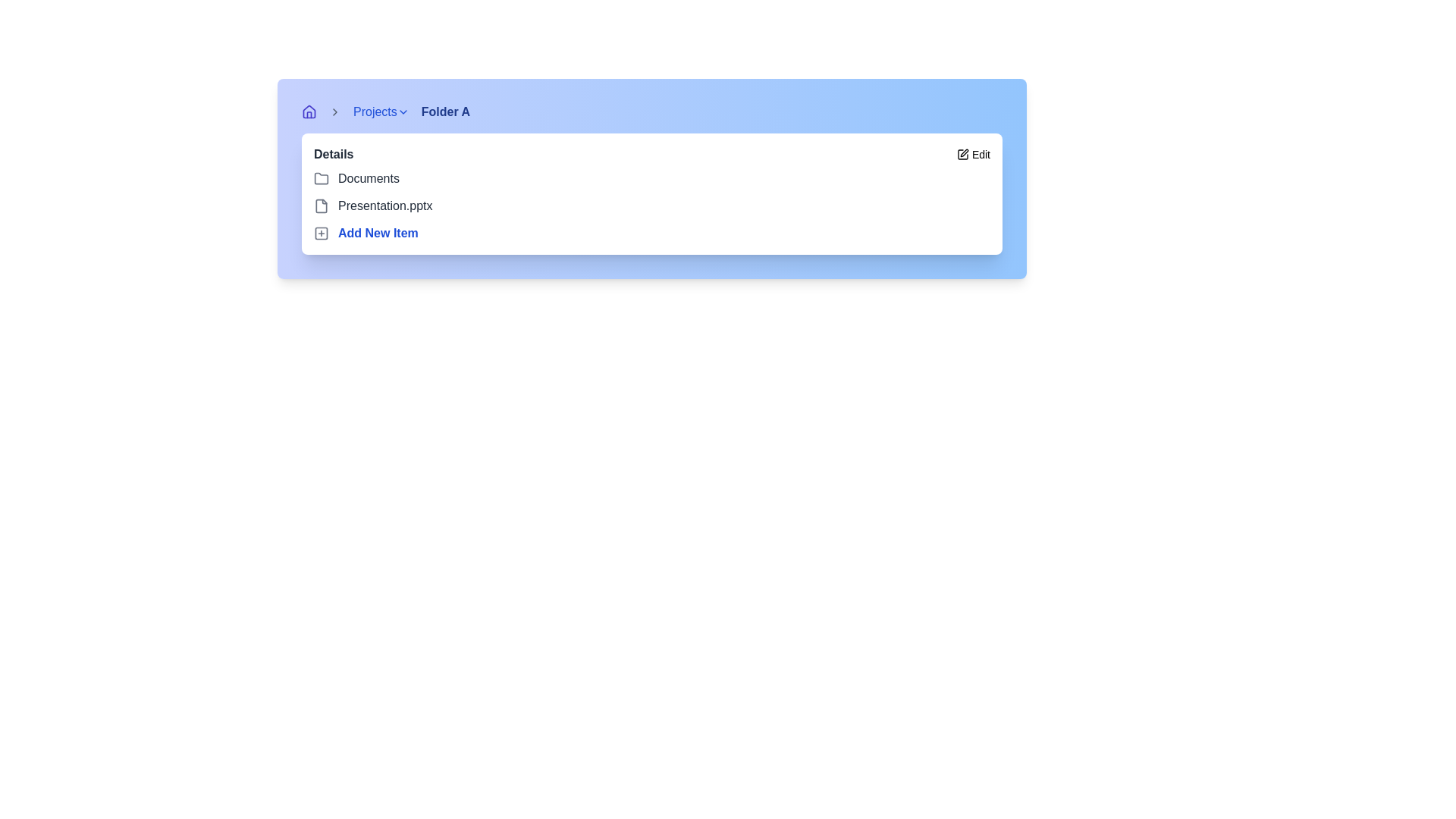 The image size is (1456, 819). What do you see at coordinates (381, 111) in the screenshot?
I see `the hyperlinked text in the breadcrumb navigation bar` at bounding box center [381, 111].